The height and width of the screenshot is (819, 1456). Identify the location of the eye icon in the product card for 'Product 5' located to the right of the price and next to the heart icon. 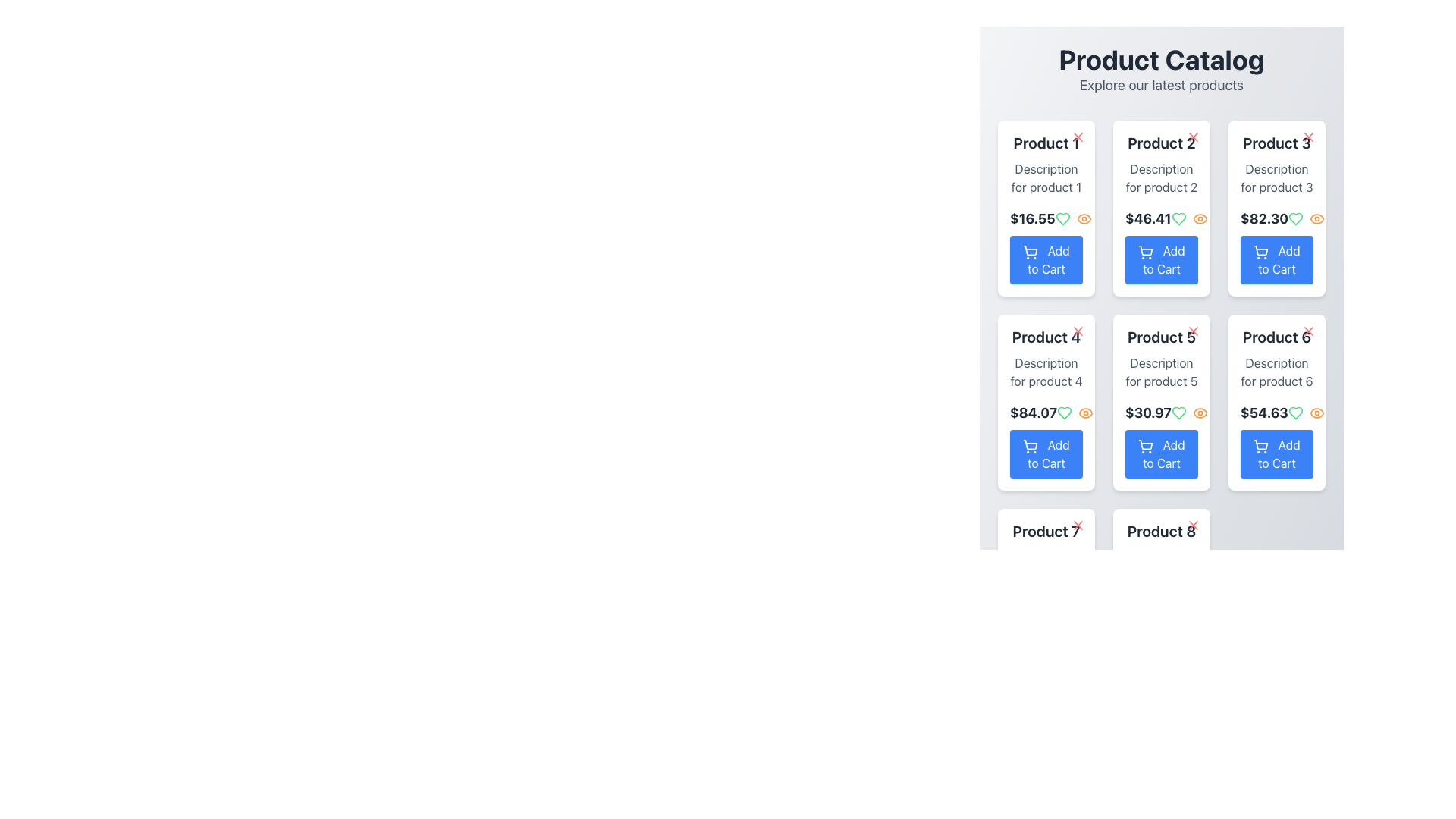
(1200, 413).